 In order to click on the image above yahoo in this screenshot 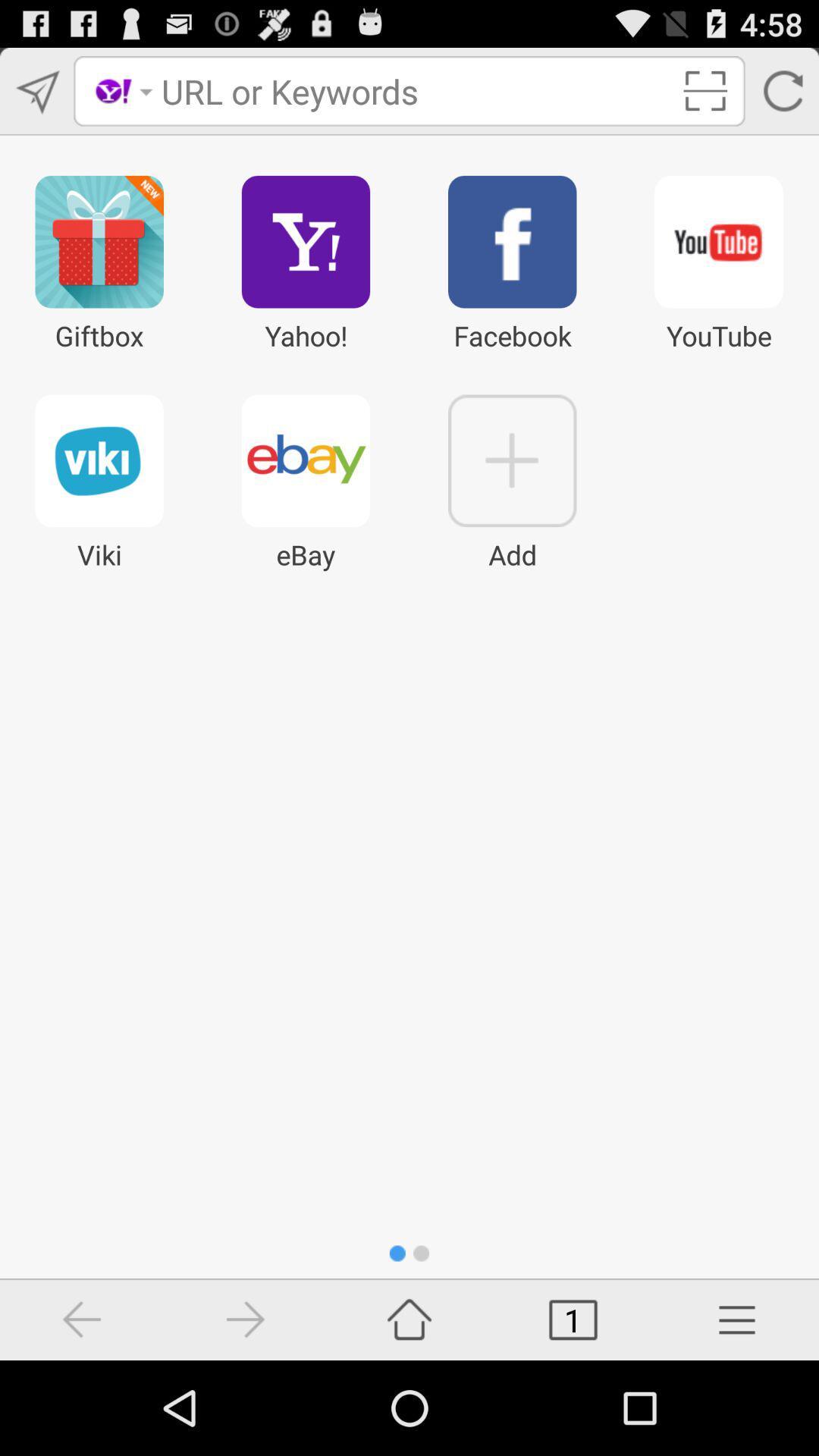, I will do `click(306, 240)`.